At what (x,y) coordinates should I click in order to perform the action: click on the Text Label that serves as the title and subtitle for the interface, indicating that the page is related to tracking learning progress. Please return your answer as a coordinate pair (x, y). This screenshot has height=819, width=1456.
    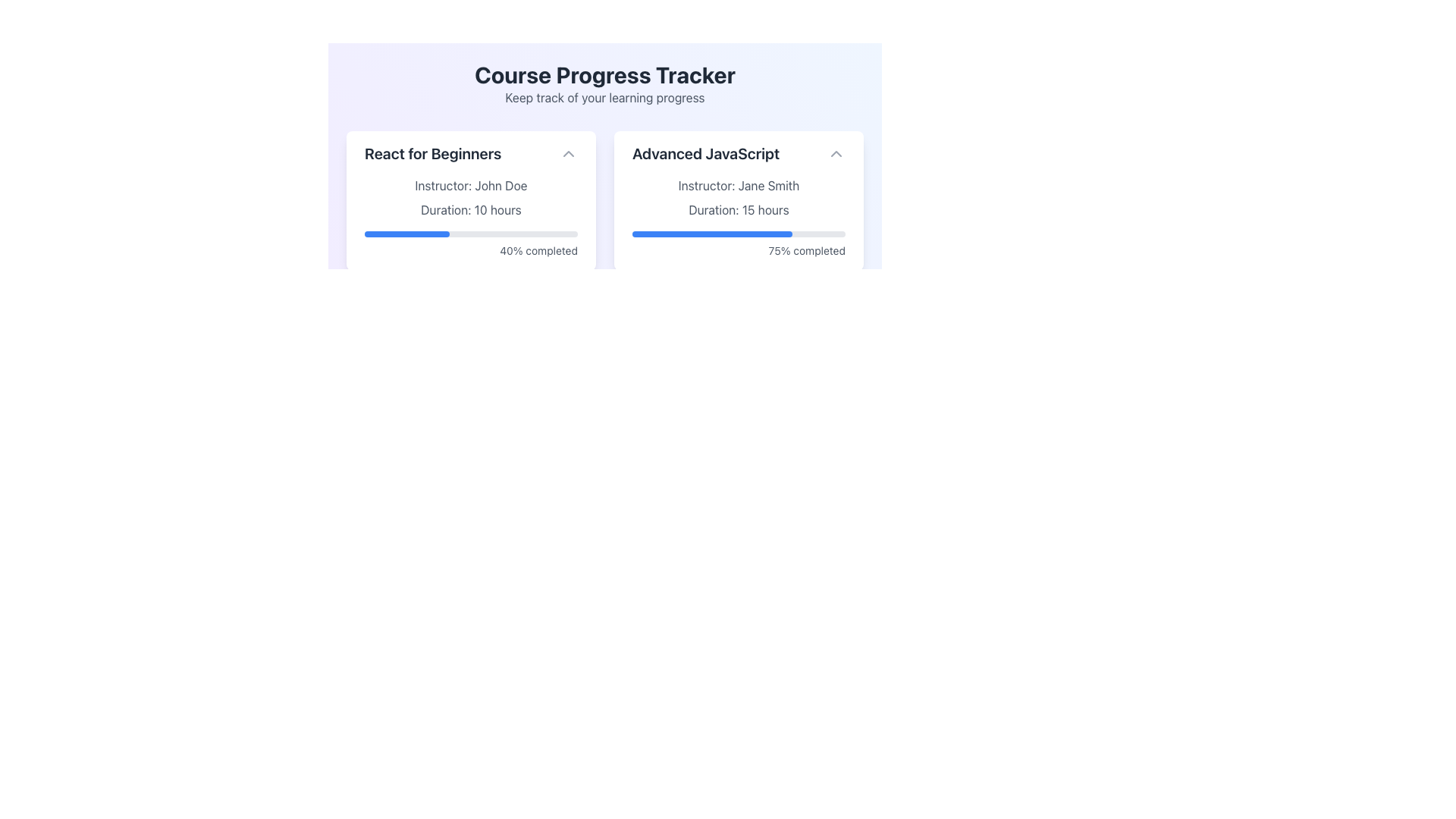
    Looking at the image, I should click on (604, 84).